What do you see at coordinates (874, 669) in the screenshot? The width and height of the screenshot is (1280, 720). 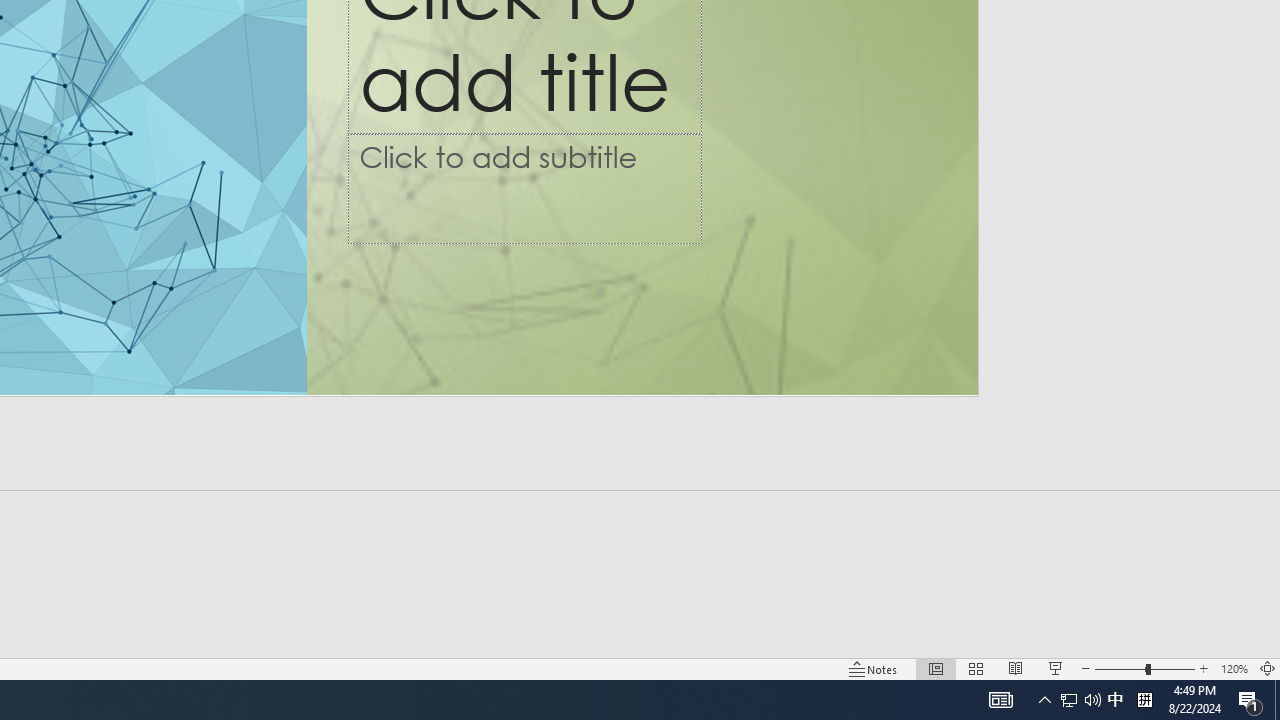 I see `'Notes '` at bounding box center [874, 669].